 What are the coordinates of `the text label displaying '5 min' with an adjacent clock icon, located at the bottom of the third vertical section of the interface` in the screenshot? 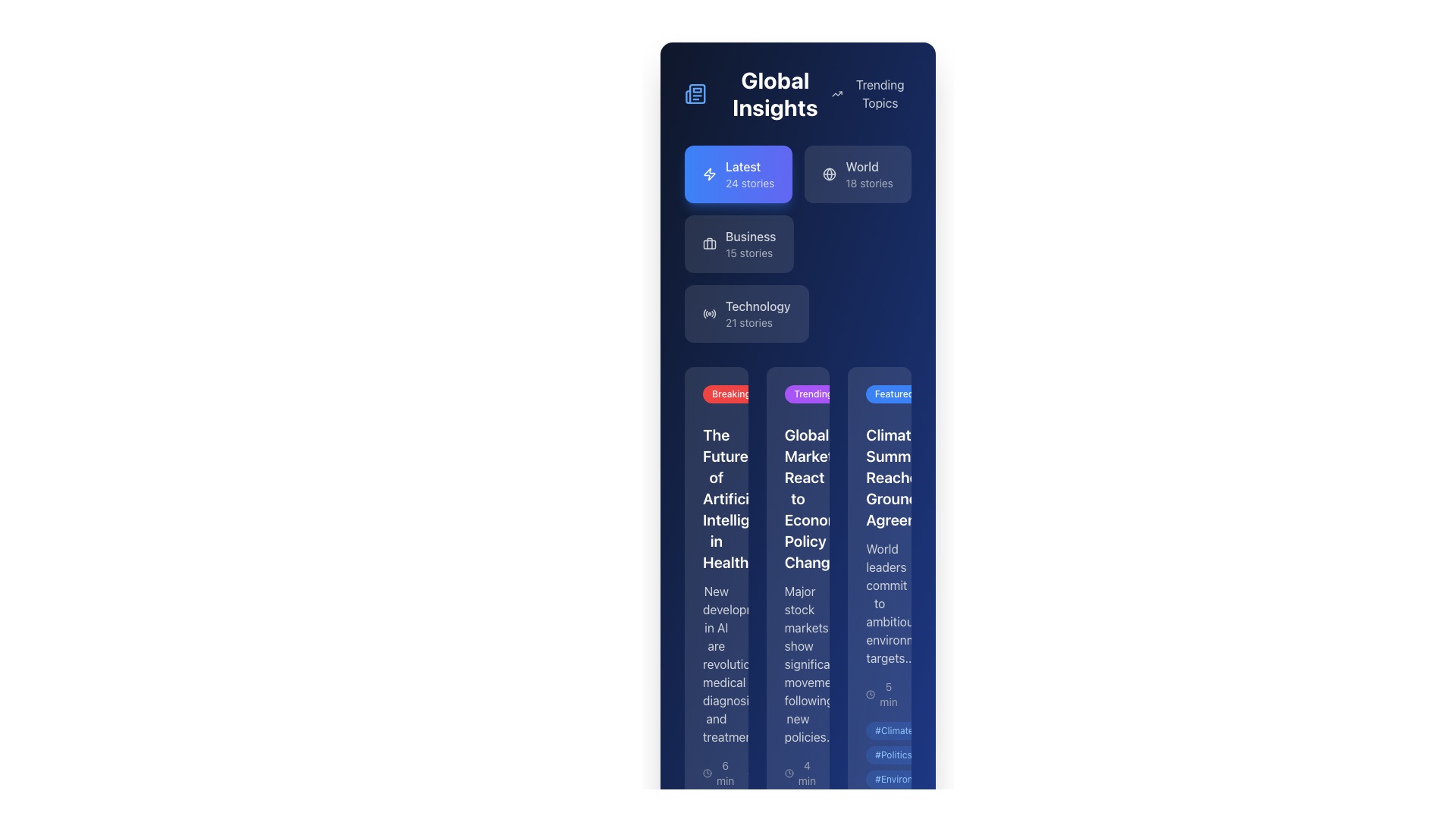 It's located at (883, 694).